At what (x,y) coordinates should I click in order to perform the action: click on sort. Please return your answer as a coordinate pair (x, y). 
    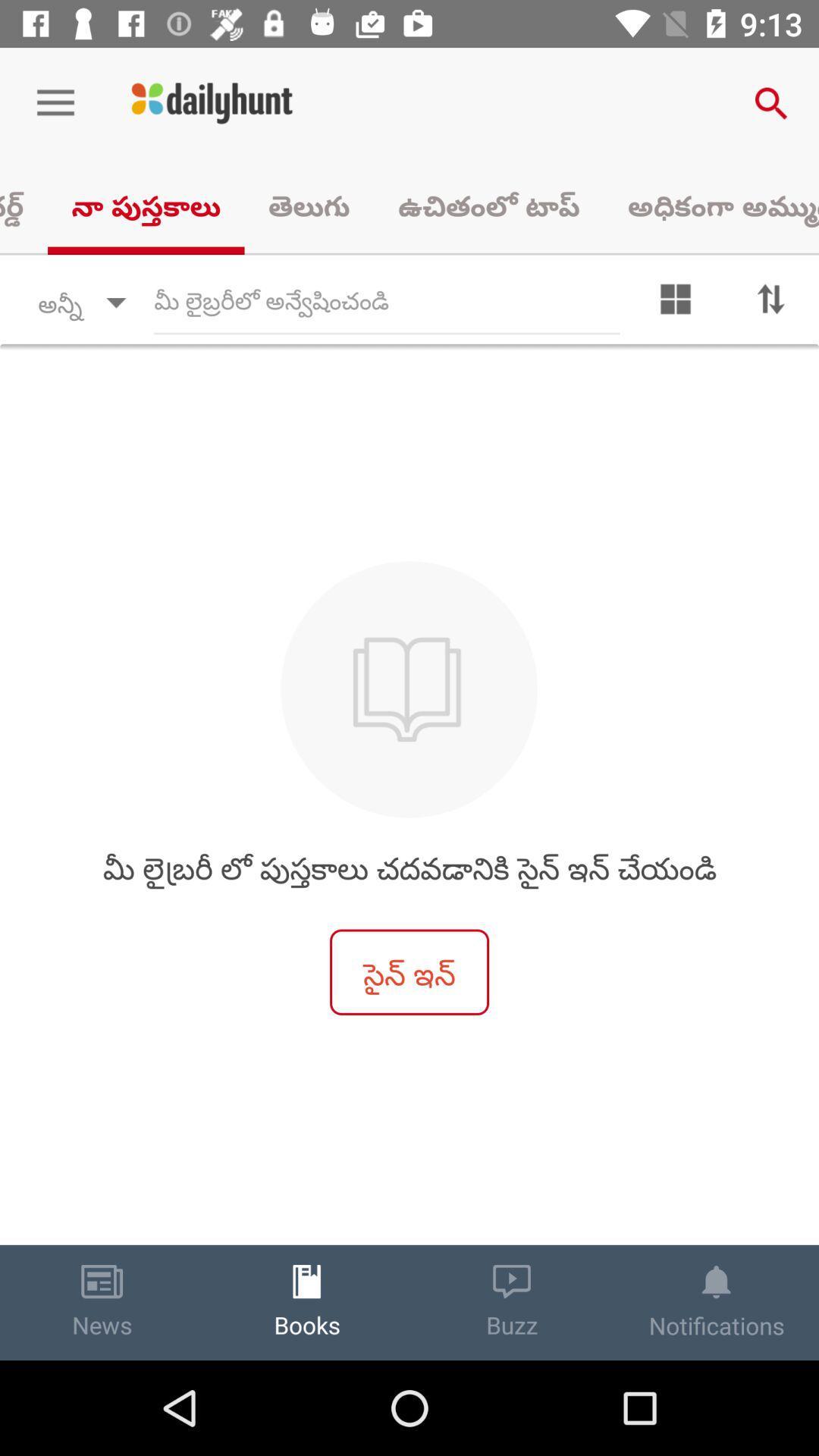
    Looking at the image, I should click on (771, 303).